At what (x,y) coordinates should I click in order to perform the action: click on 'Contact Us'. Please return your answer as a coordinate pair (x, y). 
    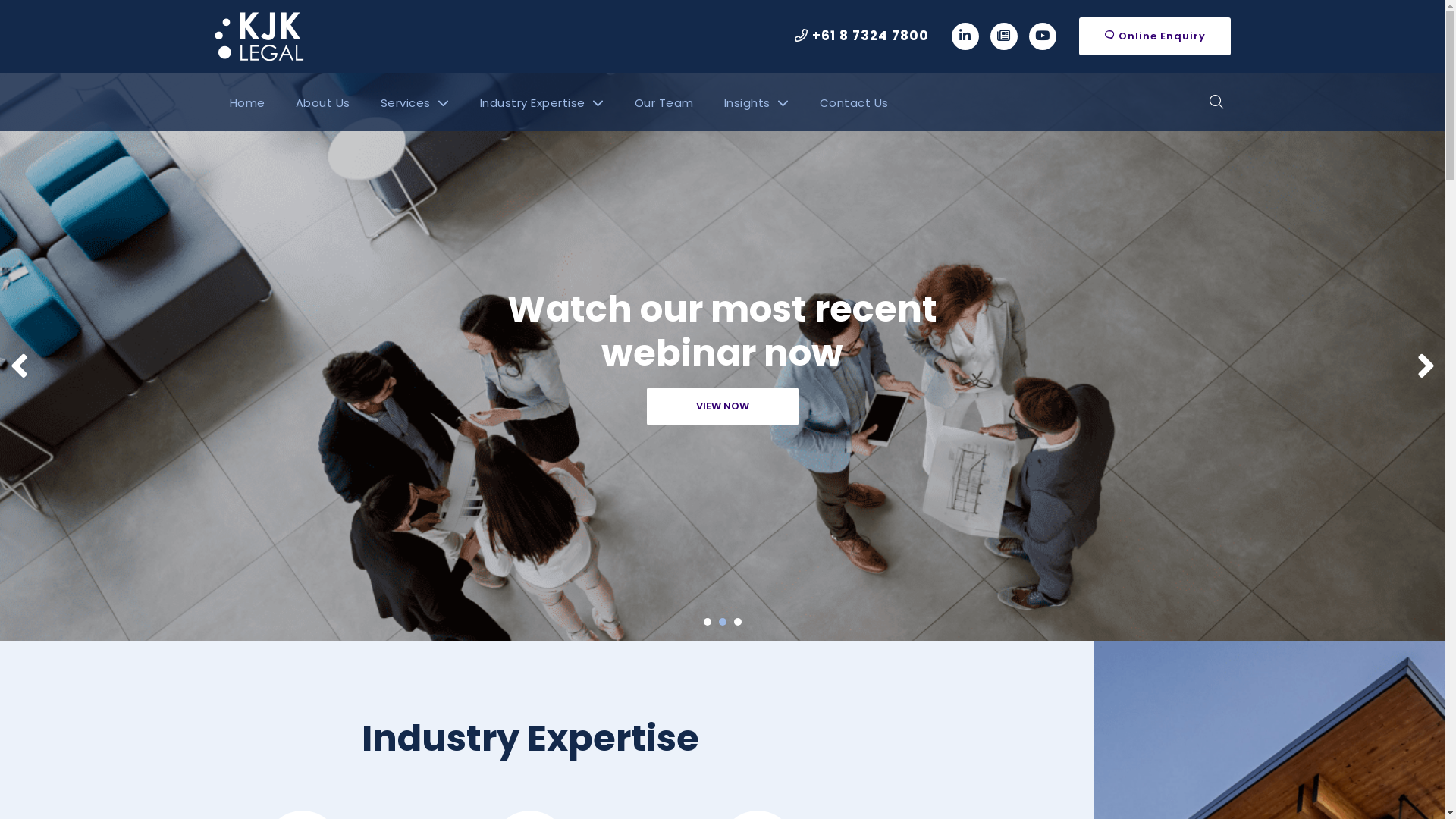
    Looking at the image, I should click on (853, 102).